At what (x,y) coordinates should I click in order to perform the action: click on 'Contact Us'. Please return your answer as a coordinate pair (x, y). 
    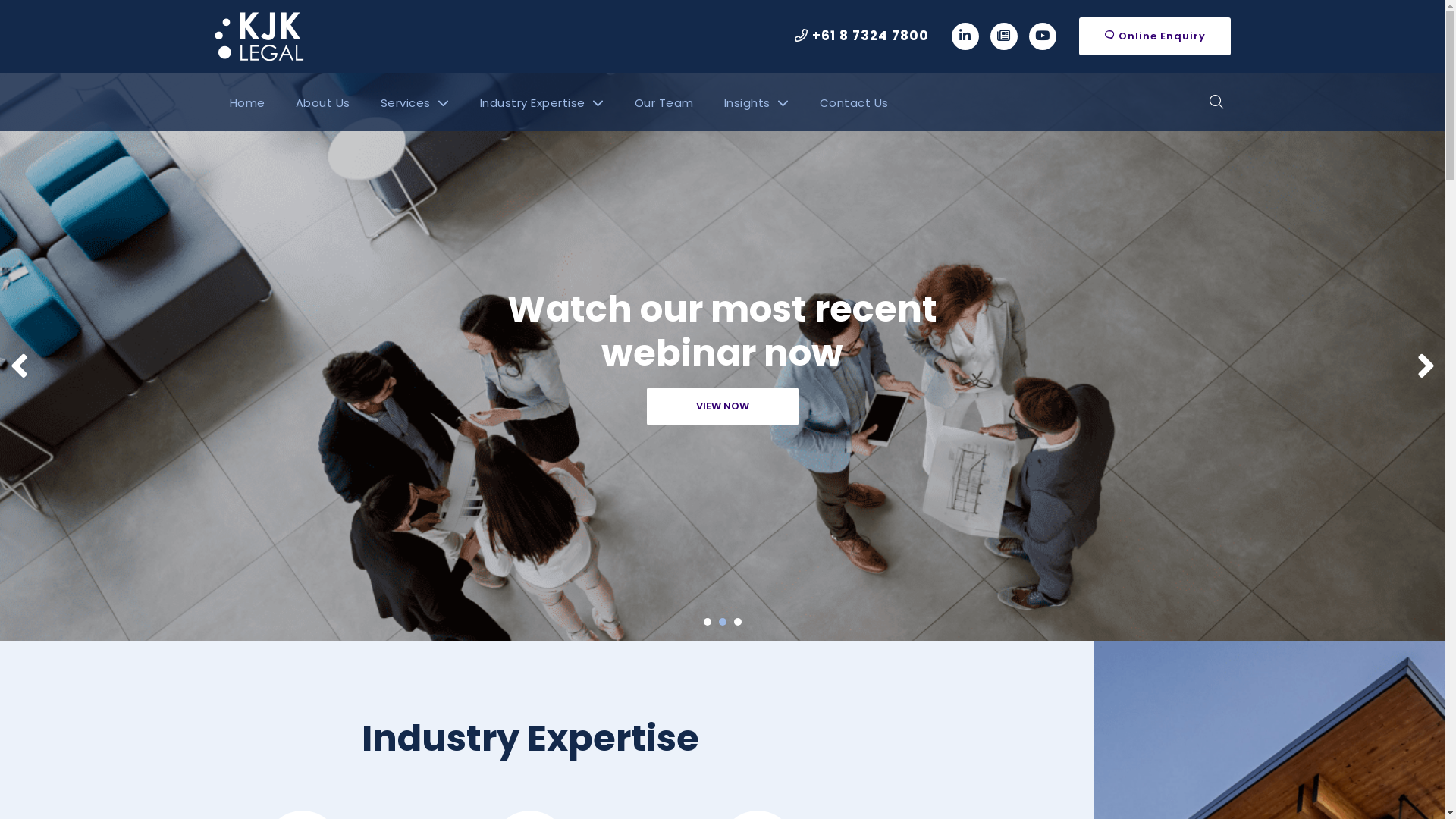
    Looking at the image, I should click on (853, 102).